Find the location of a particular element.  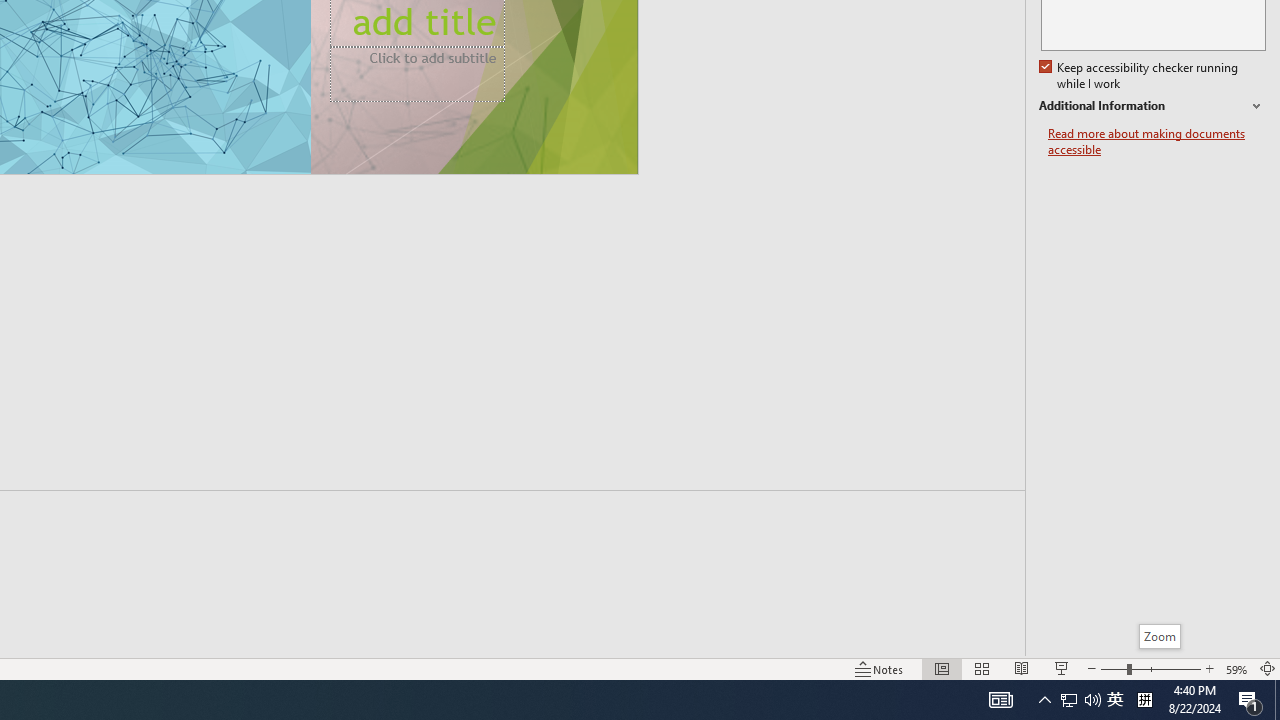

'Read more about making documents accessible' is located at coordinates (1157, 141).